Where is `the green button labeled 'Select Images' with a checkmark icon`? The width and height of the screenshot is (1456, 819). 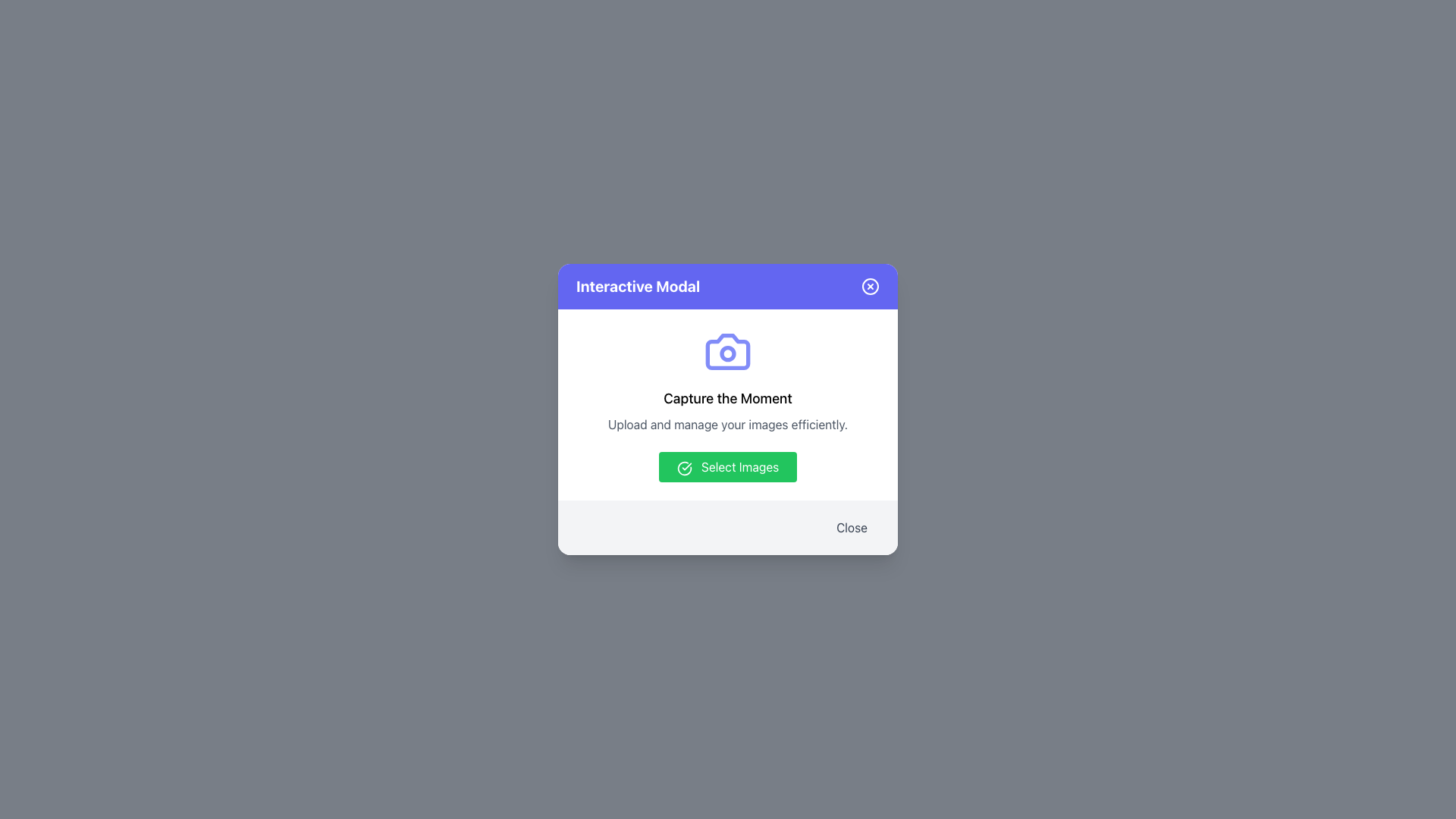 the green button labeled 'Select Images' with a checkmark icon is located at coordinates (728, 466).